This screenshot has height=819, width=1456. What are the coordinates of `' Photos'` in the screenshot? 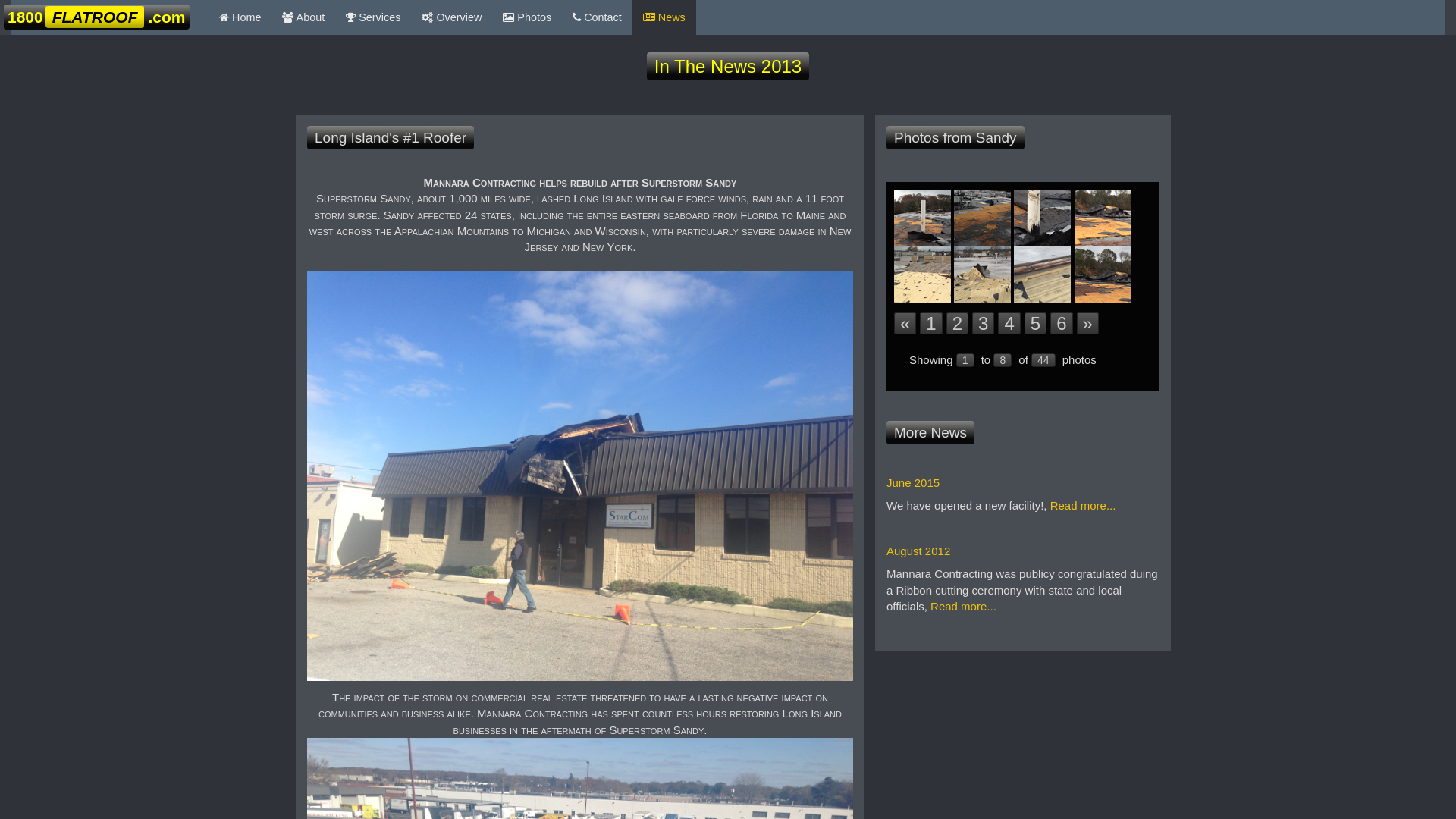 It's located at (527, 17).